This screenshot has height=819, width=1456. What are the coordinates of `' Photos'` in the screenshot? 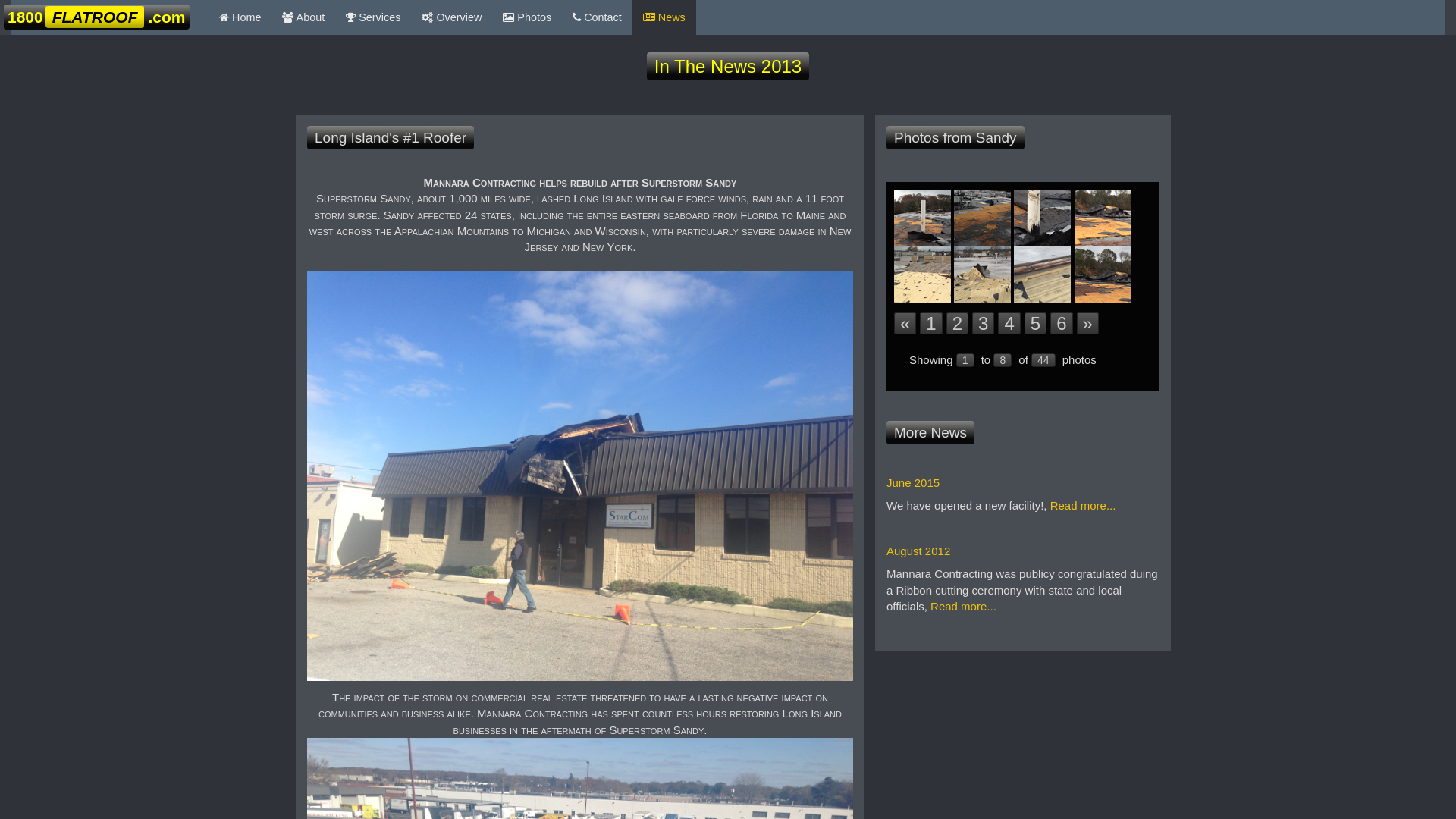 It's located at (527, 17).